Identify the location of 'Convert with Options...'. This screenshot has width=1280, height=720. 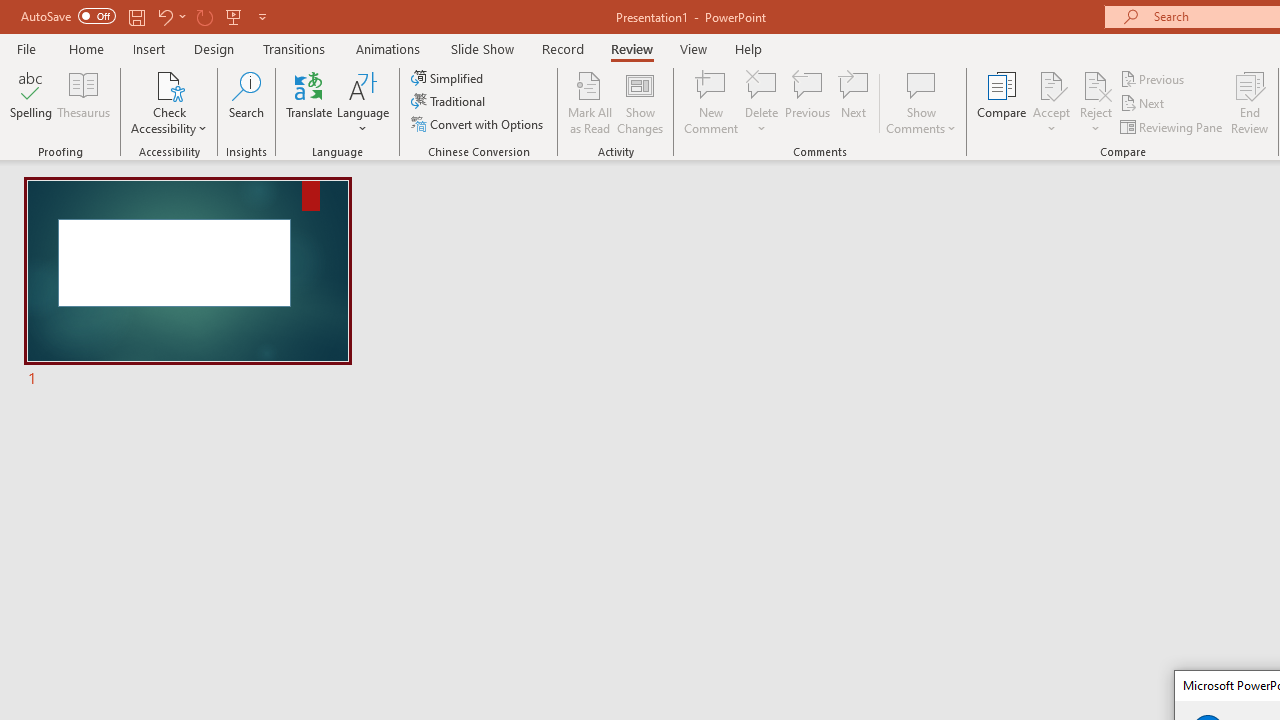
(478, 124).